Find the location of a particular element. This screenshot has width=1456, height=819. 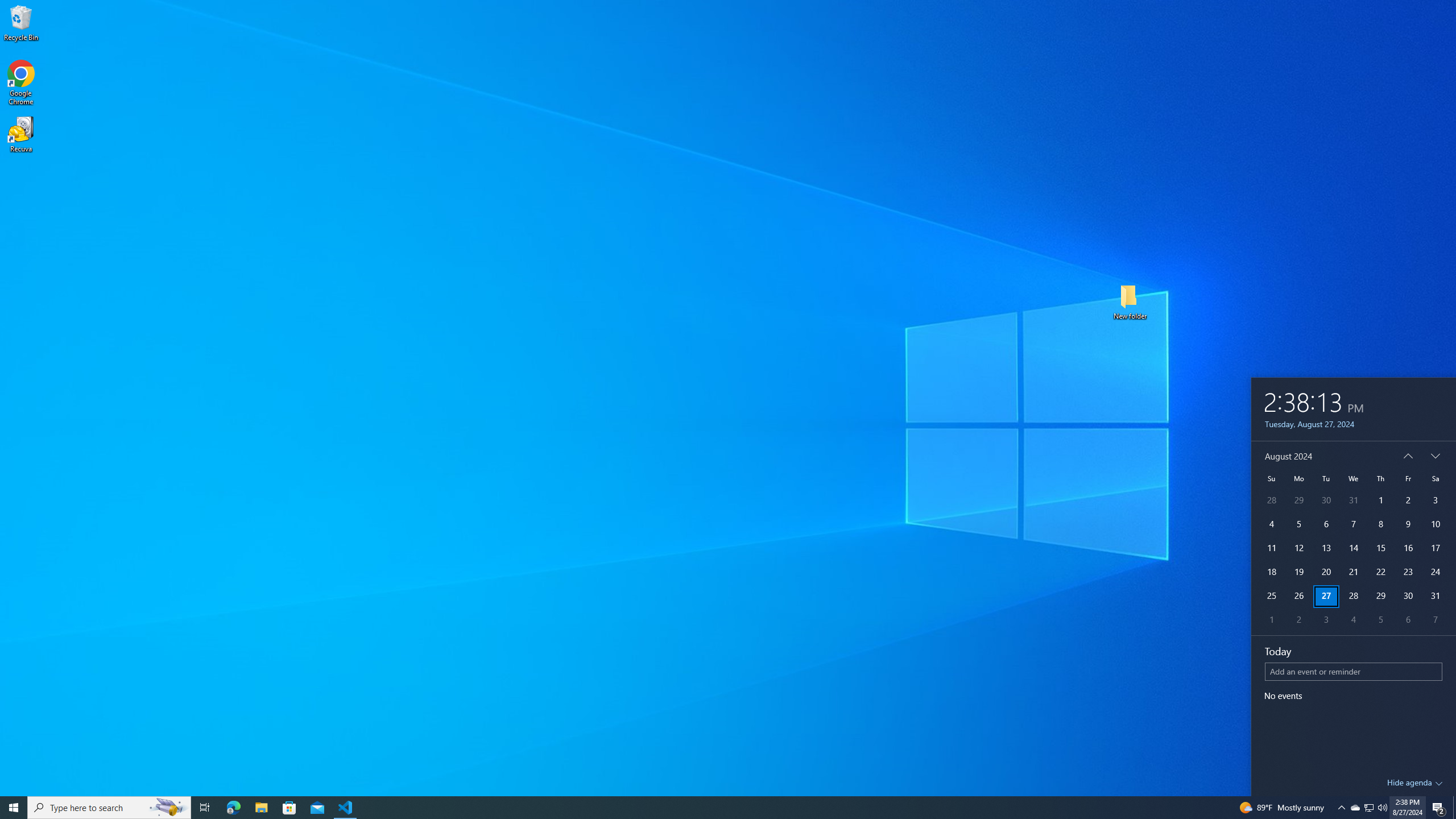

'16' is located at coordinates (1407, 548).